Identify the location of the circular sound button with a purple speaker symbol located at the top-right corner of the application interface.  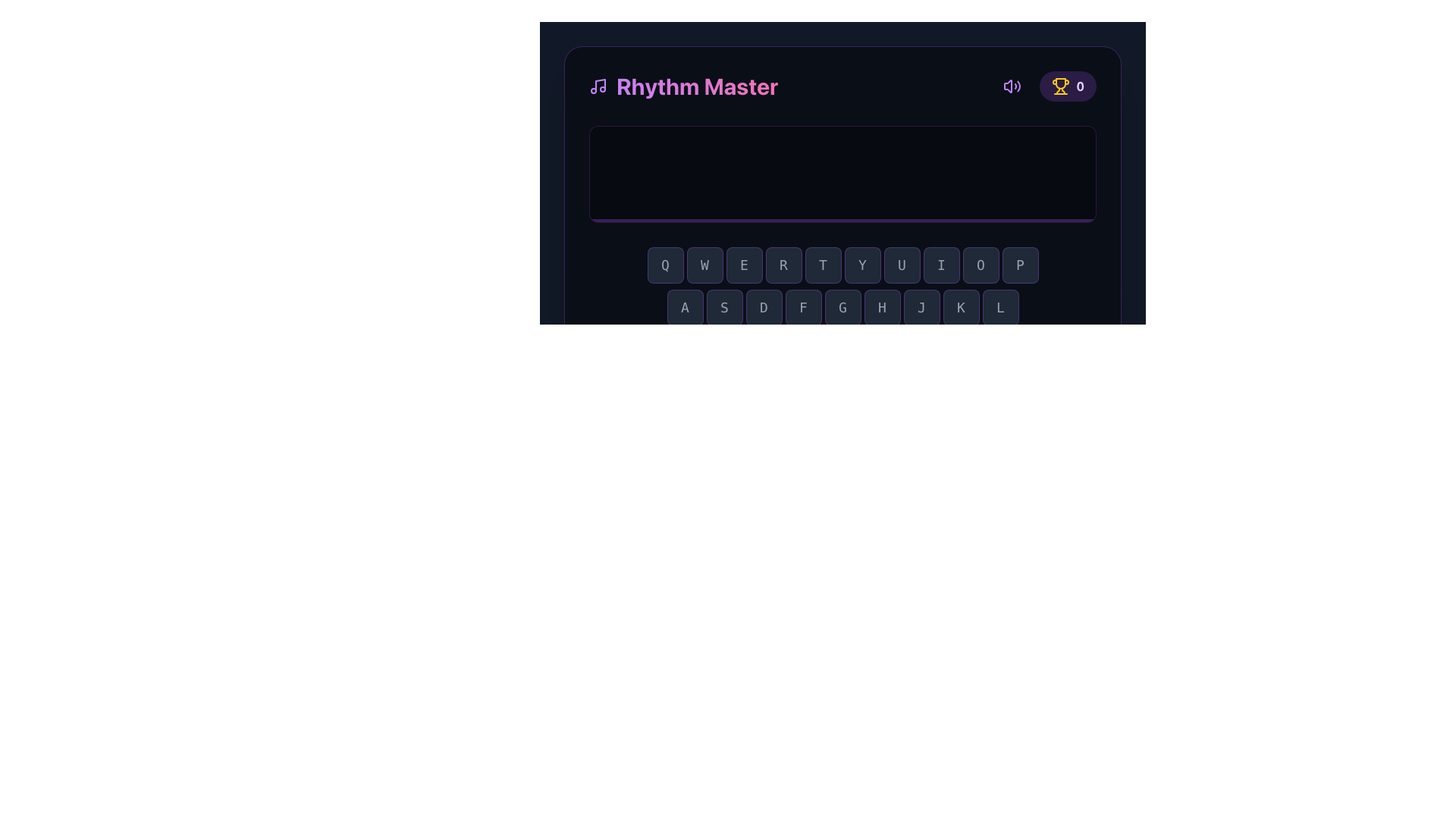
(1012, 86).